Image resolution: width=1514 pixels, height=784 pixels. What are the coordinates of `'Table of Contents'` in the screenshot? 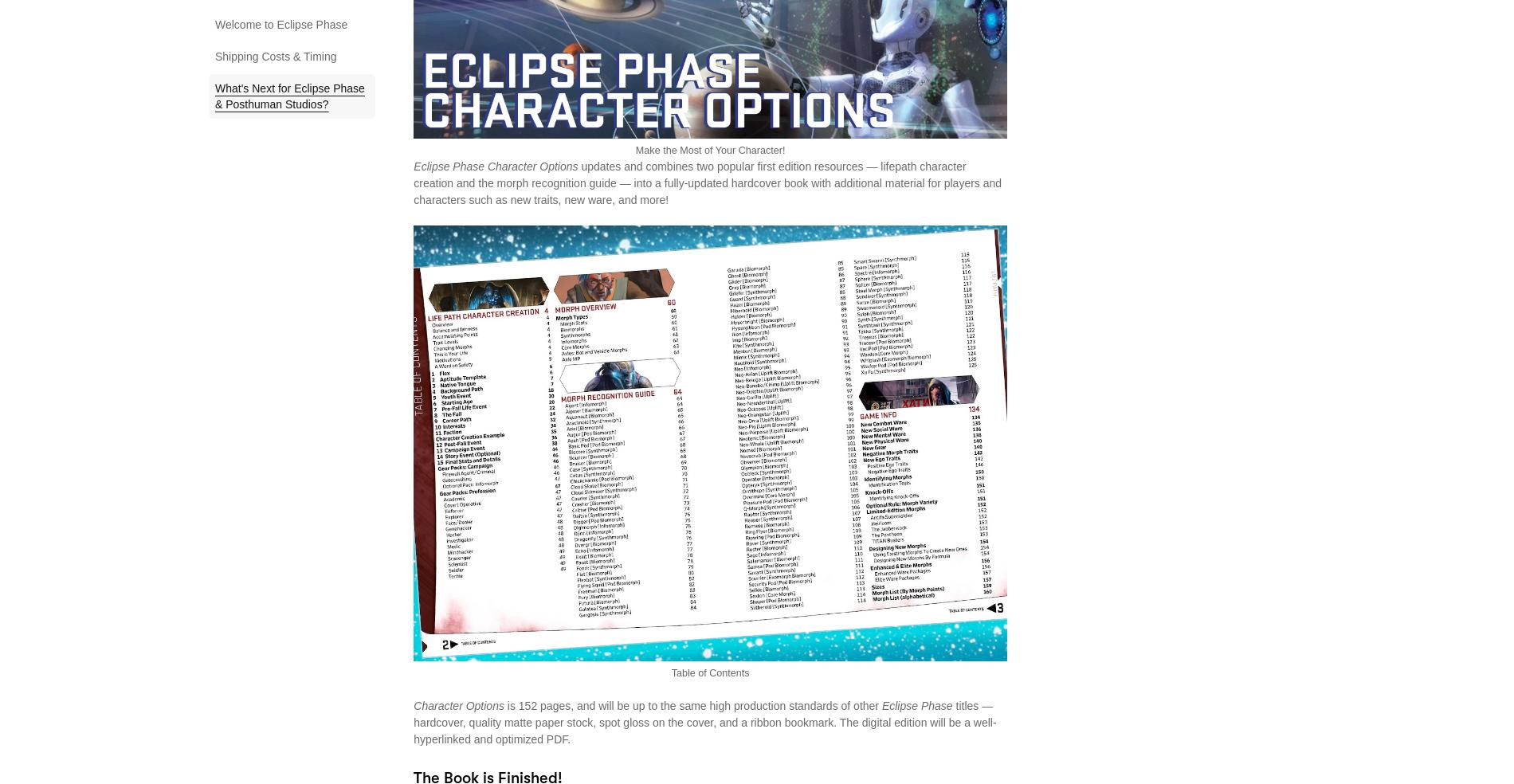 It's located at (708, 671).